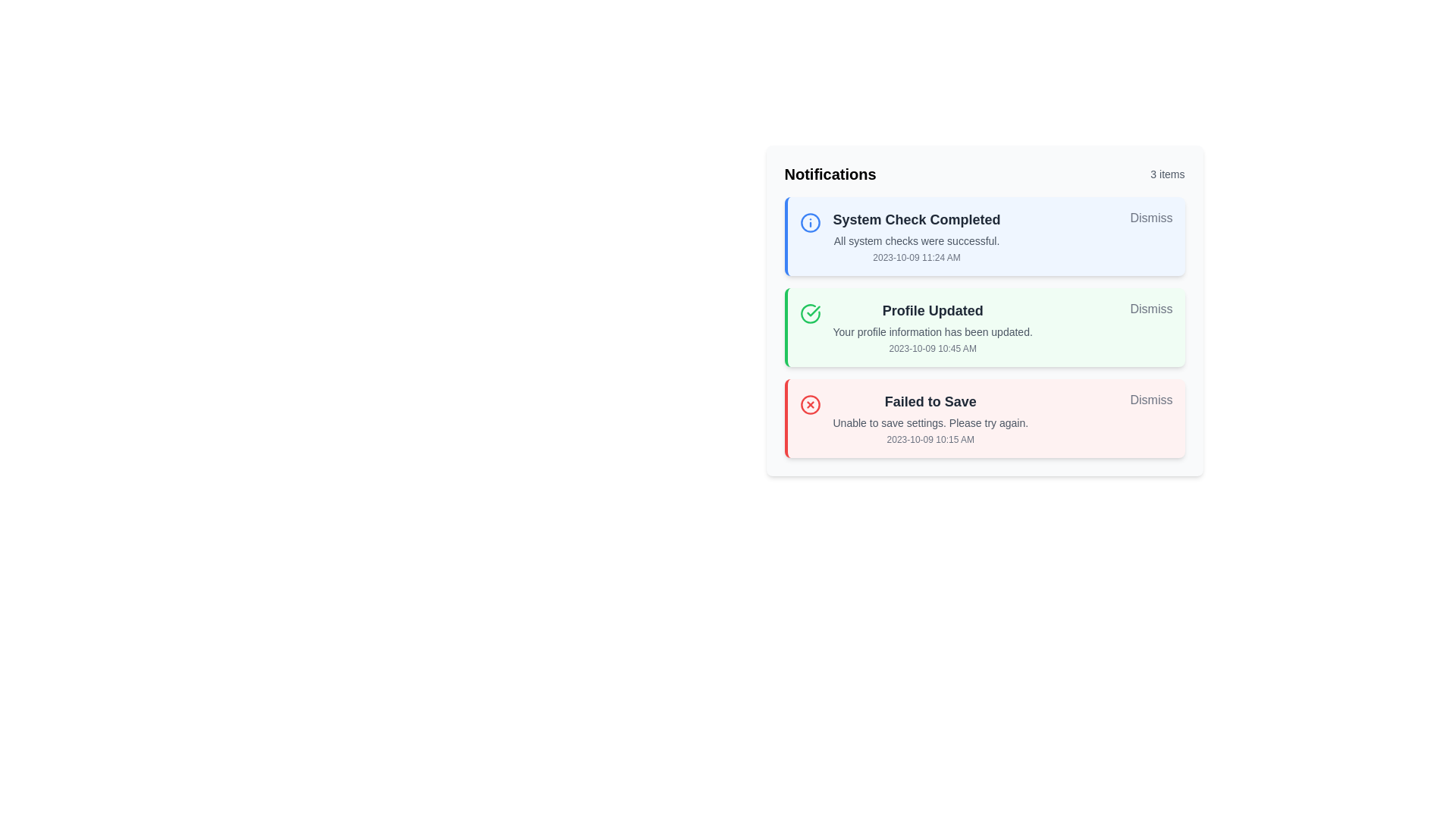 The width and height of the screenshot is (1456, 819). I want to click on timestamp information from the text element located at the bottom of the first notification card under the header 'System Check Completed', so click(916, 256).